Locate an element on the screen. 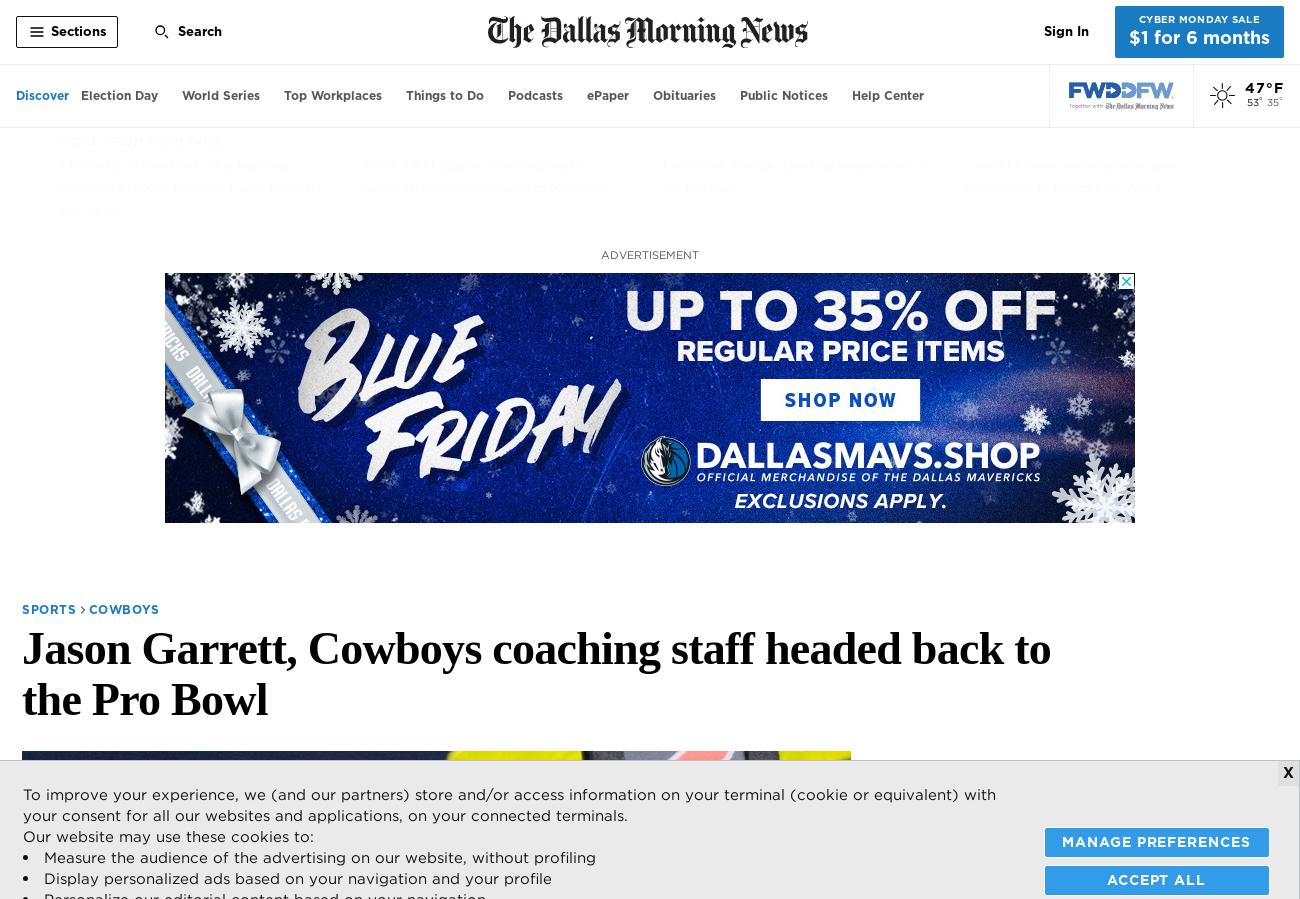 Image resolution: width=1300 pixels, height=899 pixels. 'Discover' is located at coordinates (41, 94).